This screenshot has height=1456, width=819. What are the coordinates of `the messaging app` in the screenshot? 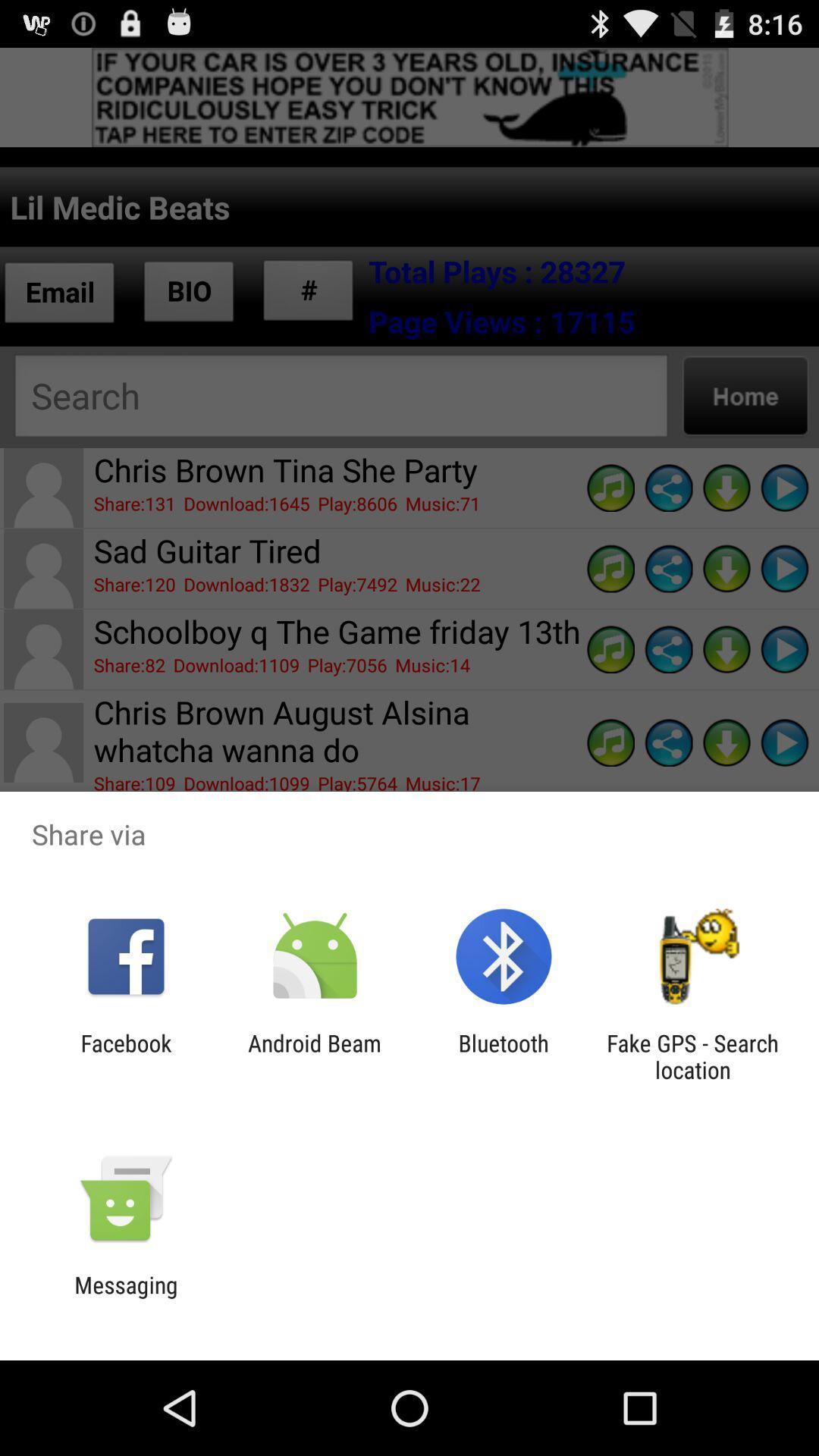 It's located at (125, 1298).